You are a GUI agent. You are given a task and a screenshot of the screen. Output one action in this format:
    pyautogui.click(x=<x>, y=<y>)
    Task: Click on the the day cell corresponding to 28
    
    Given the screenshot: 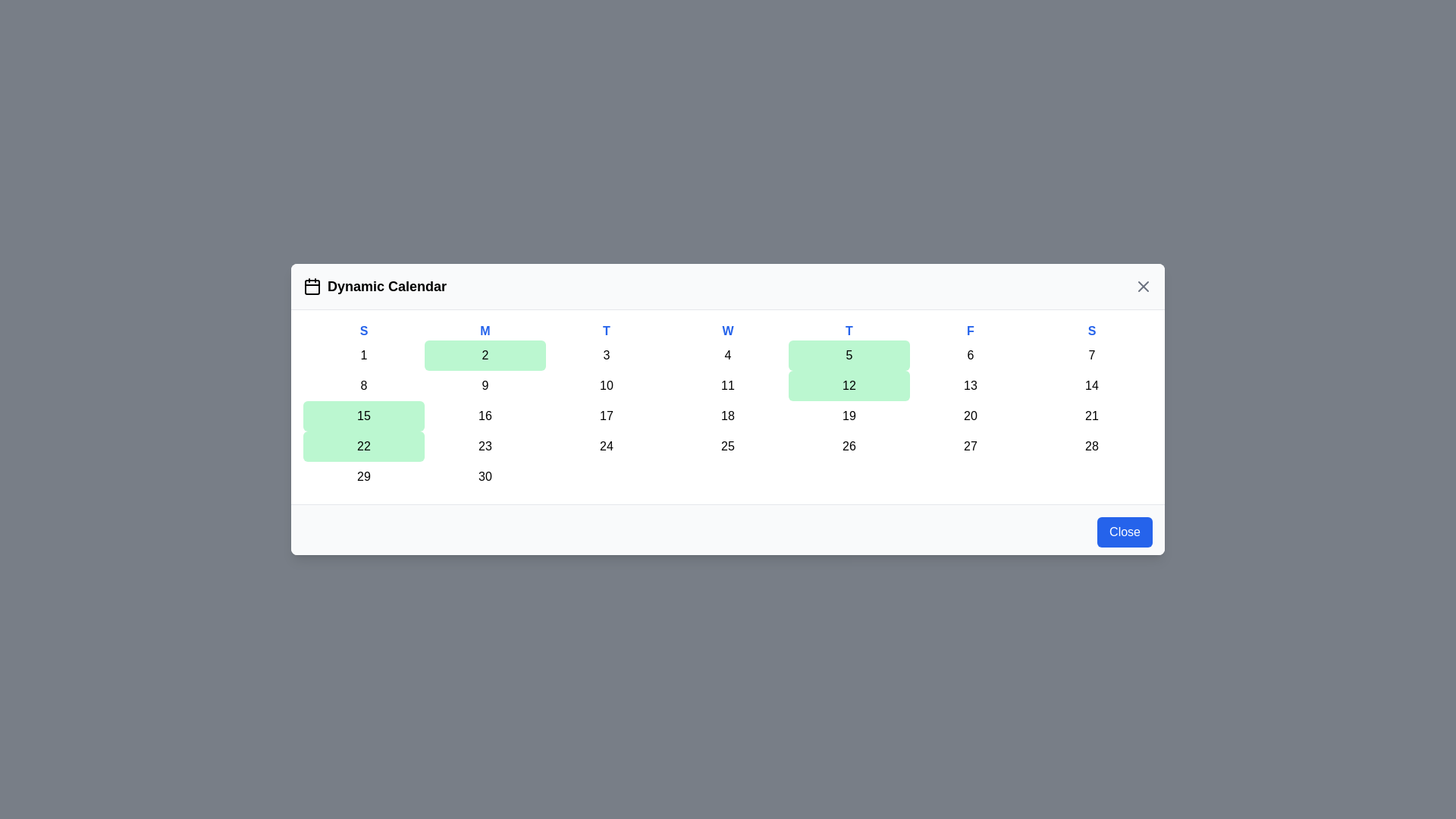 What is the action you would take?
    pyautogui.click(x=1092, y=446)
    